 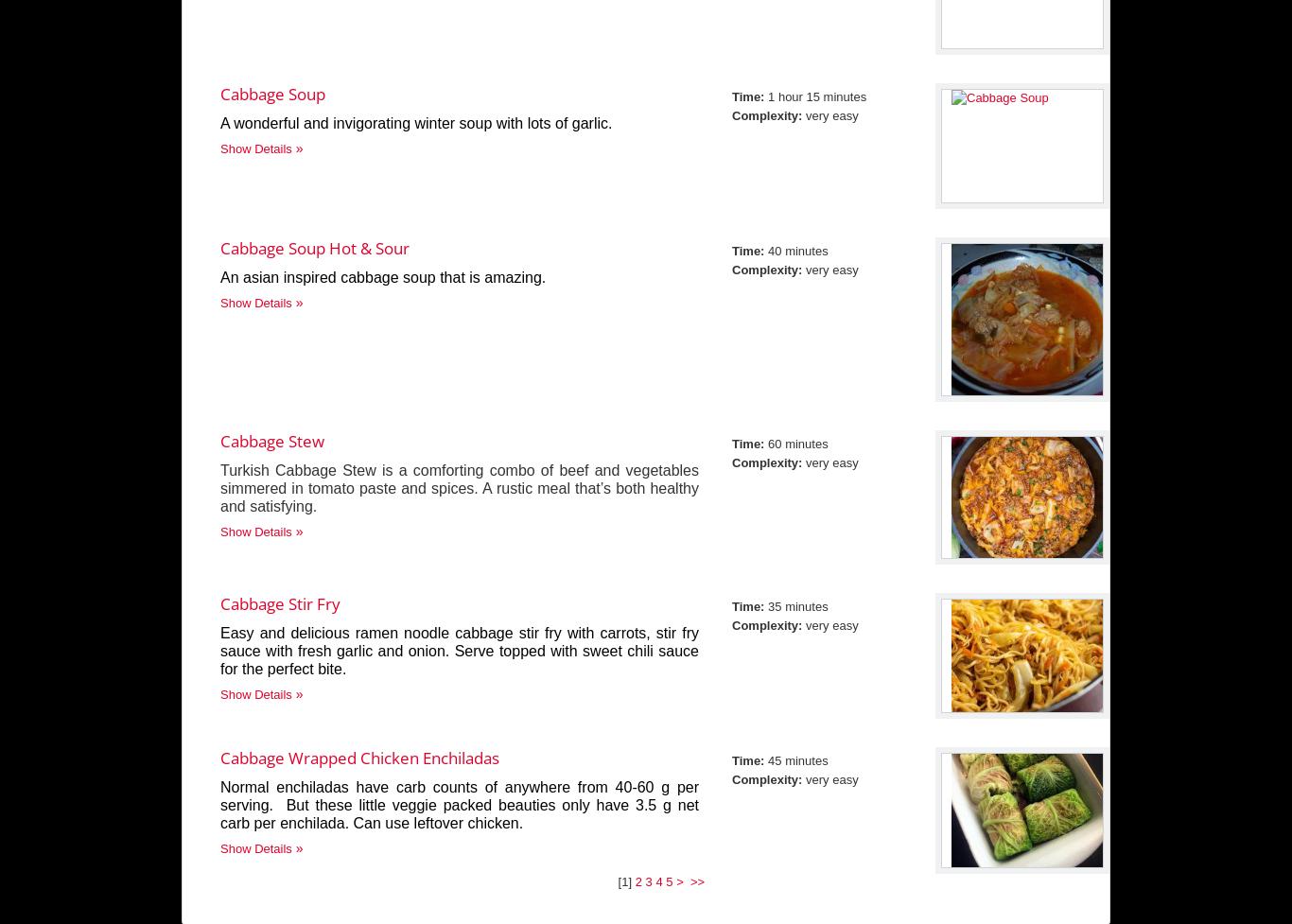 What do you see at coordinates (315, 247) in the screenshot?
I see `'Cabbage Soup Hot & Sour'` at bounding box center [315, 247].